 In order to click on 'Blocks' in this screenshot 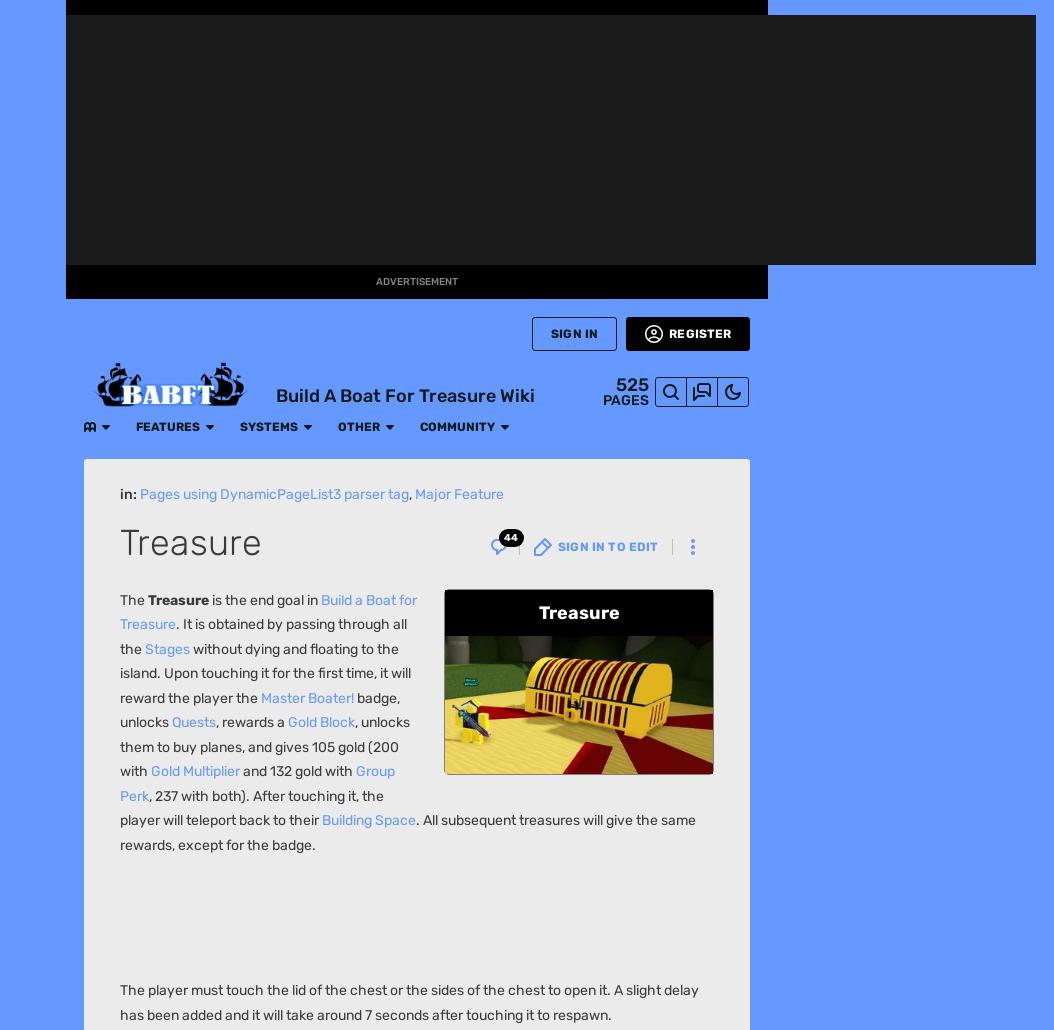, I will do `click(217, 318)`.